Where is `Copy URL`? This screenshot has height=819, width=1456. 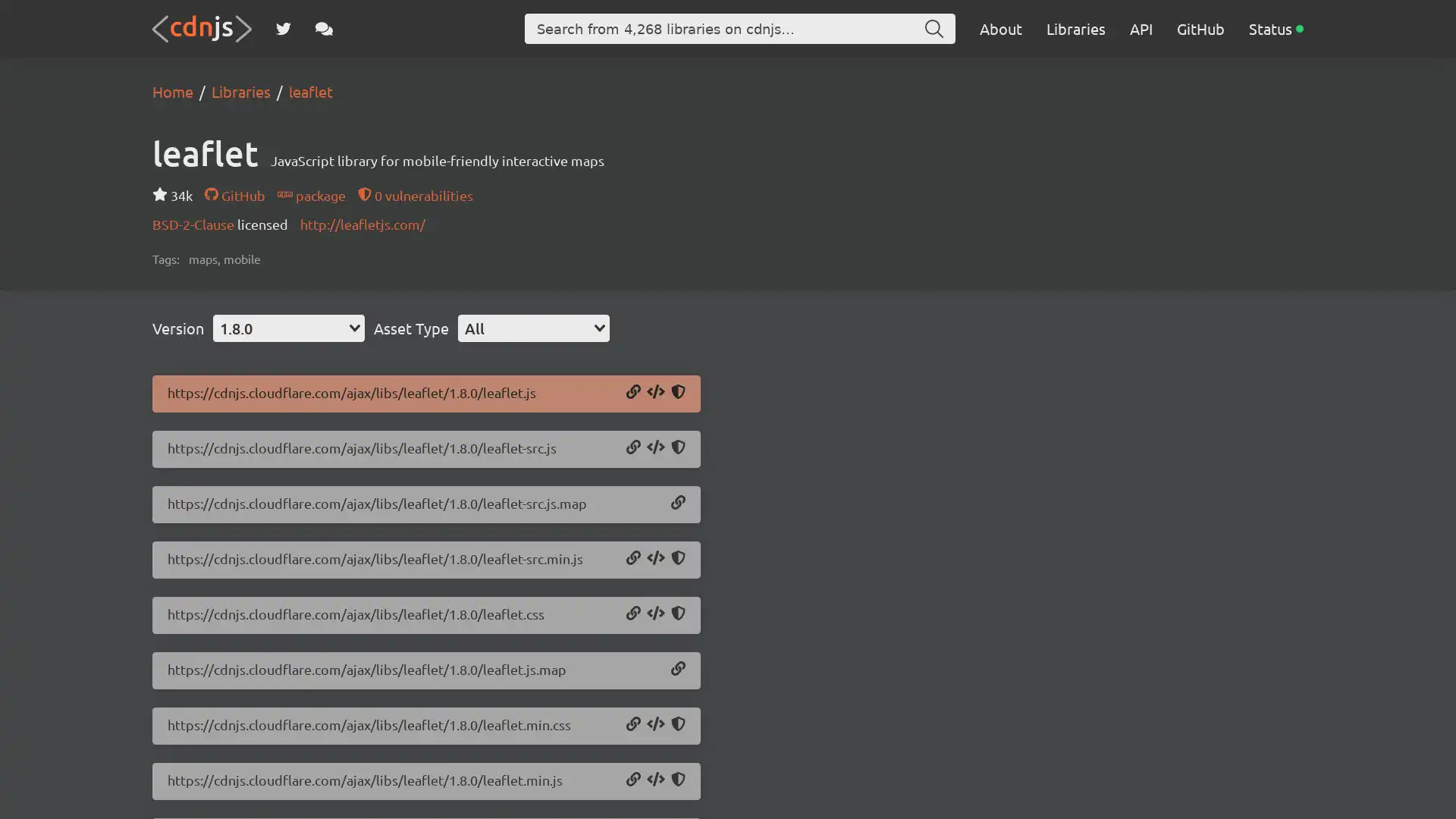
Copy URL is located at coordinates (633, 724).